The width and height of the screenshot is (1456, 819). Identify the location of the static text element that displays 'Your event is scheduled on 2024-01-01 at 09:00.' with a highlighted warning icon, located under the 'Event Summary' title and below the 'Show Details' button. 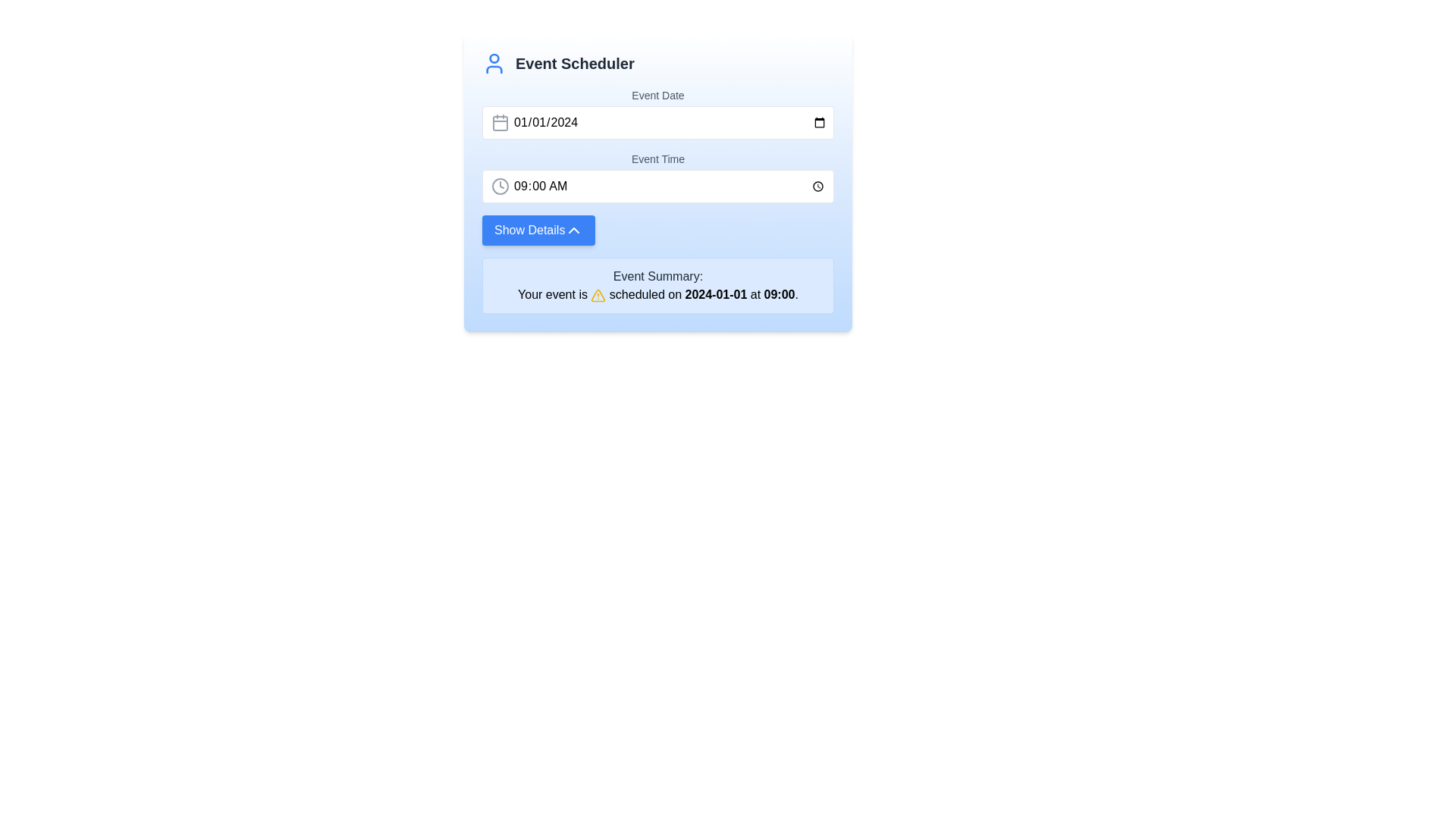
(658, 295).